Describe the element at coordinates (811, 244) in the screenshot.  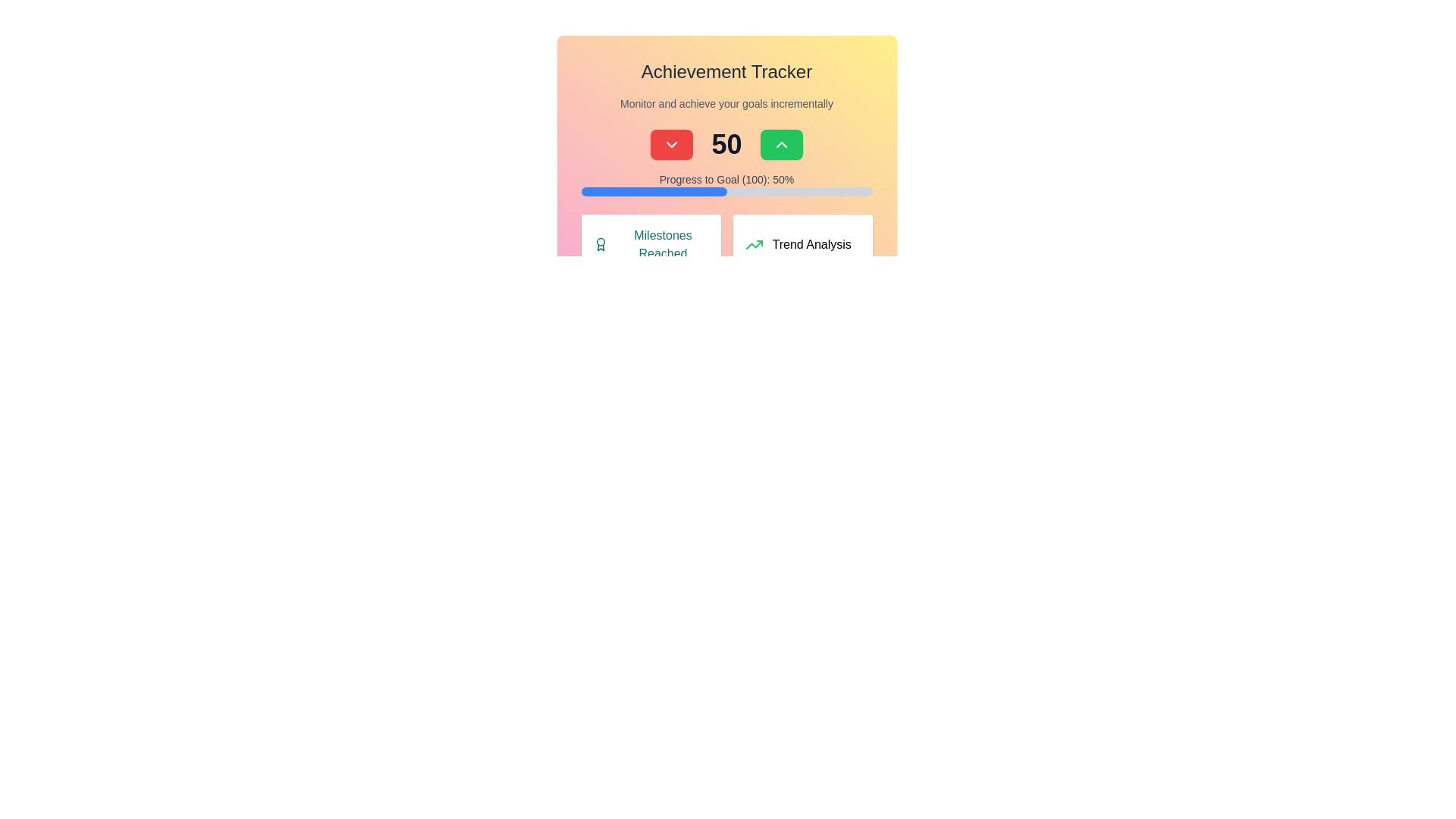
I see `the static text label located in the bottom-right card of a two-column layout, adjacent to the 'Milestones Reached' card` at that location.